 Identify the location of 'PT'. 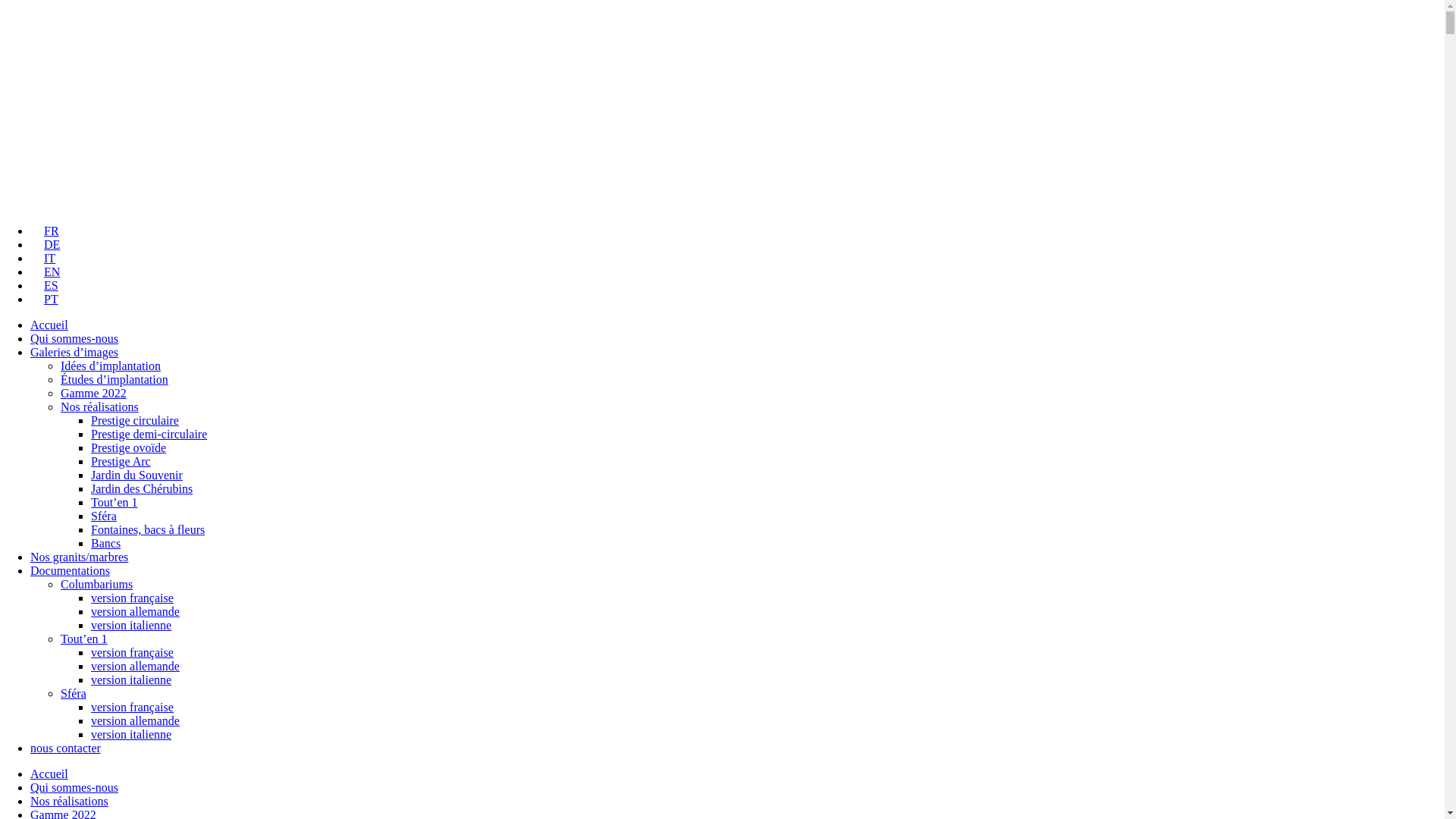
(44, 299).